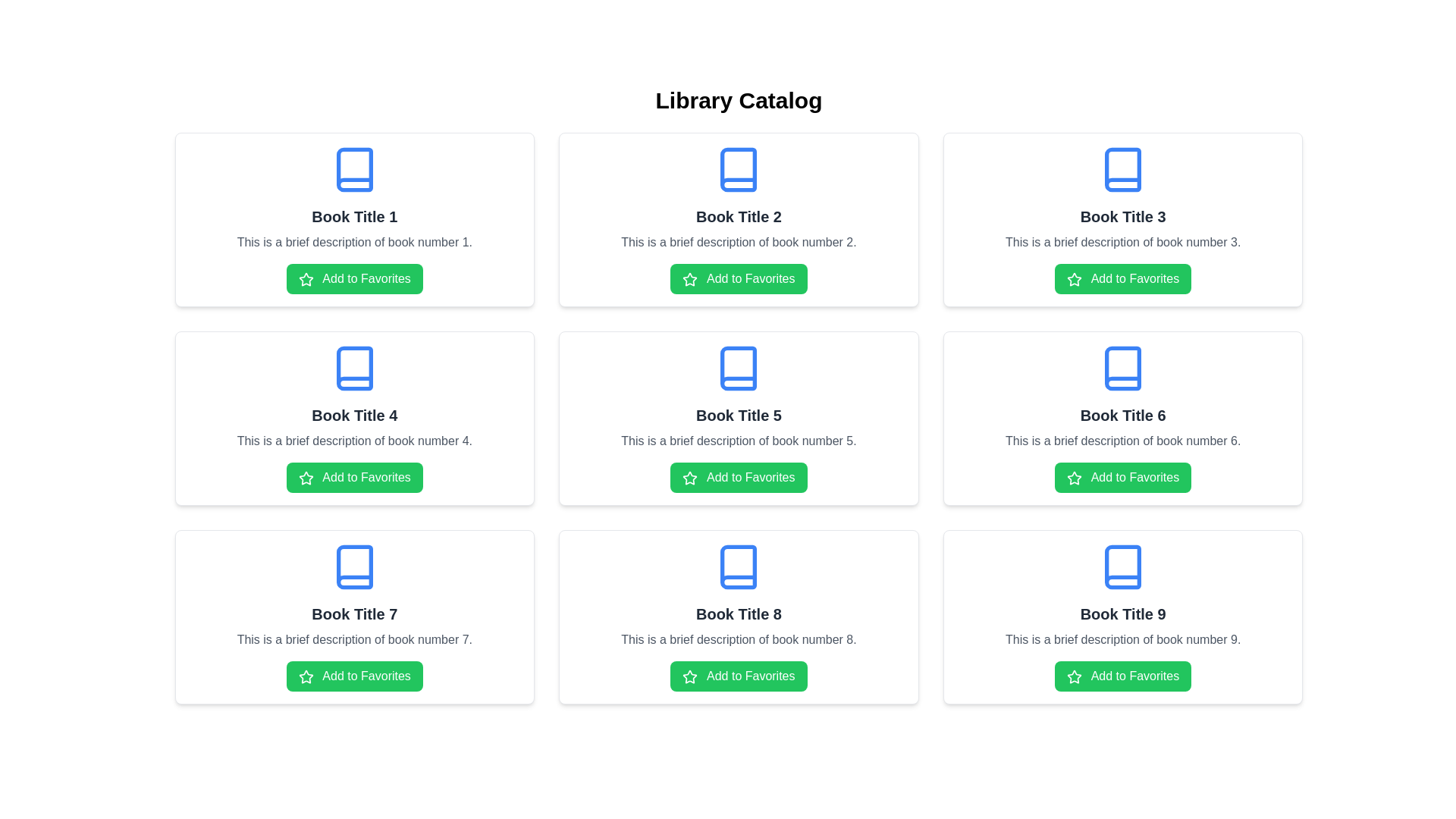 This screenshot has height=819, width=1456. I want to click on title and description of the book represented by the card located in the center of the grid layout, specifically in the second row and second column, so click(739, 418).